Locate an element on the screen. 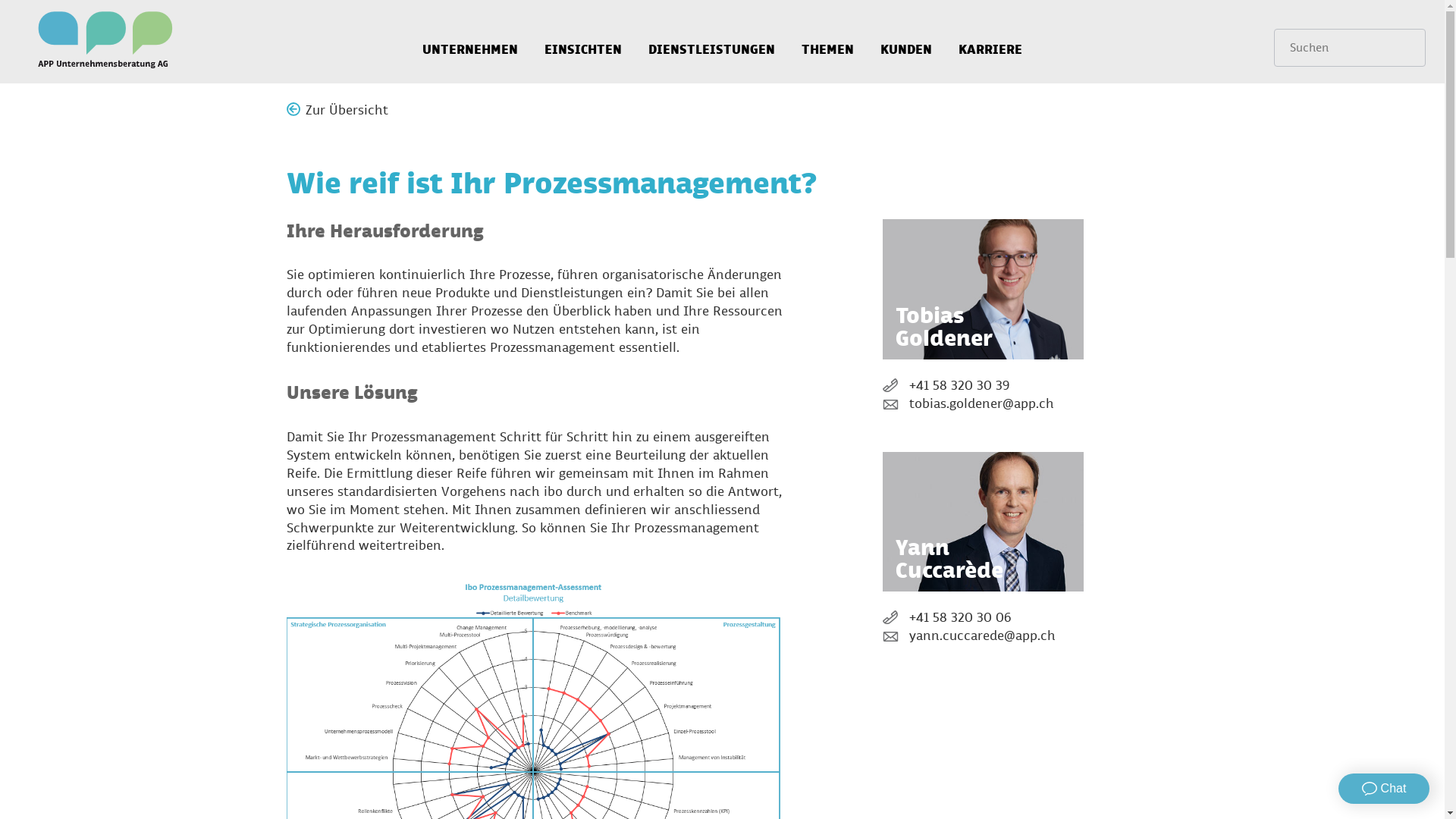 This screenshot has height=819, width=1456. '+41 58 320 30 39' is located at coordinates (983, 385).